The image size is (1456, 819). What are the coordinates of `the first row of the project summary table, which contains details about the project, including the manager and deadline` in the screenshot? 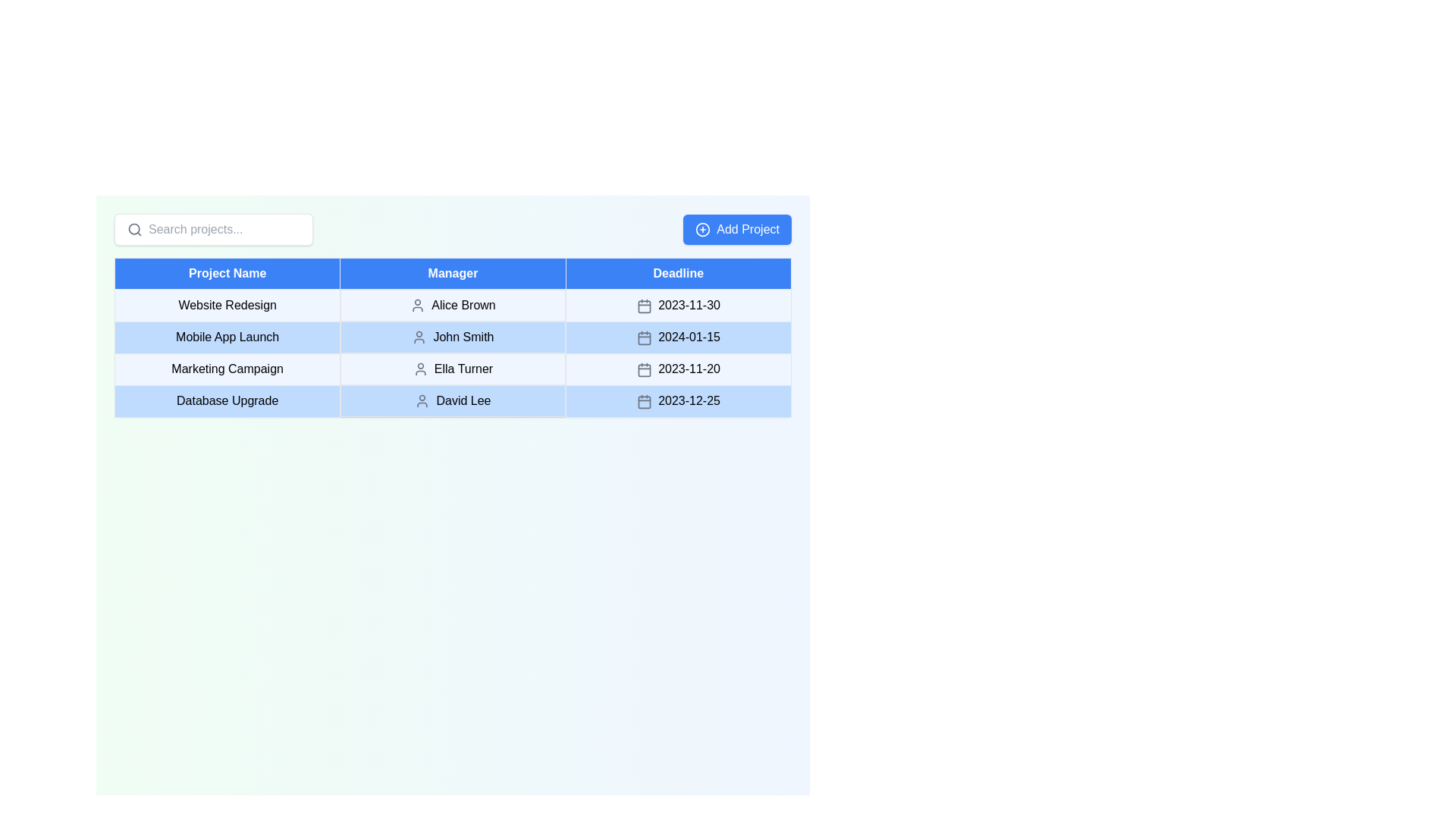 It's located at (452, 305).